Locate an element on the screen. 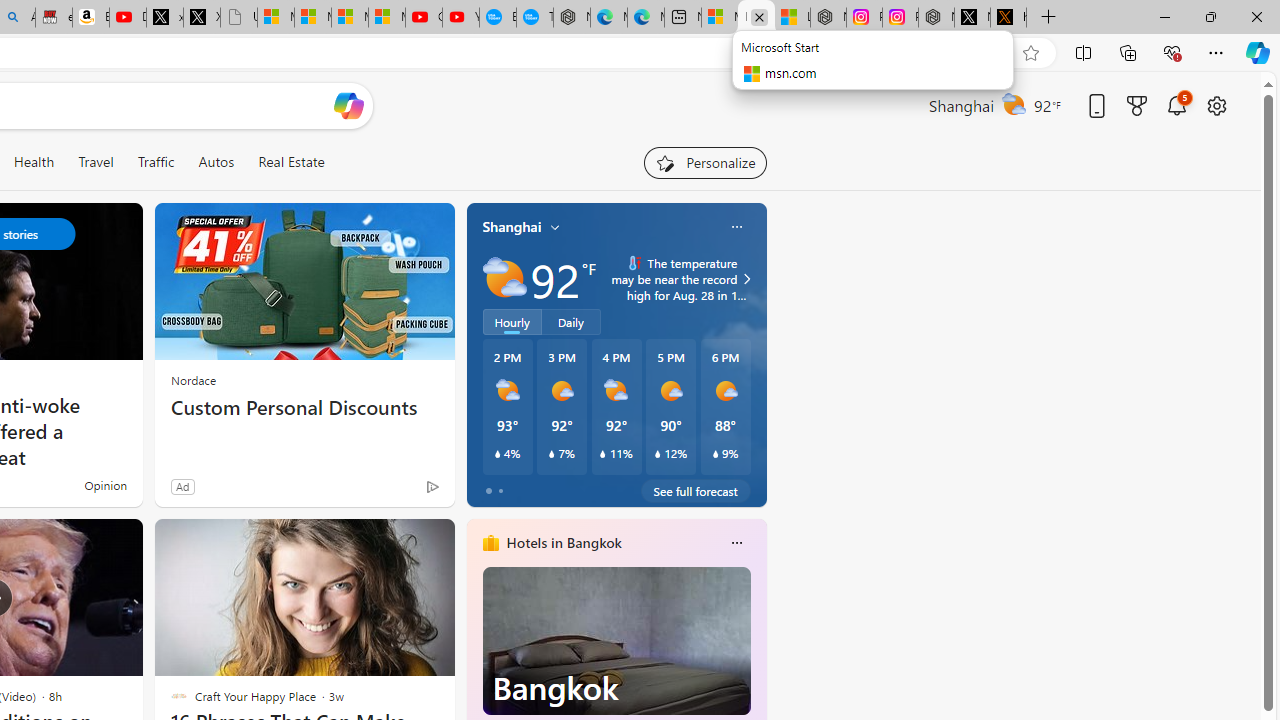  'Health' is located at coordinates (34, 161).